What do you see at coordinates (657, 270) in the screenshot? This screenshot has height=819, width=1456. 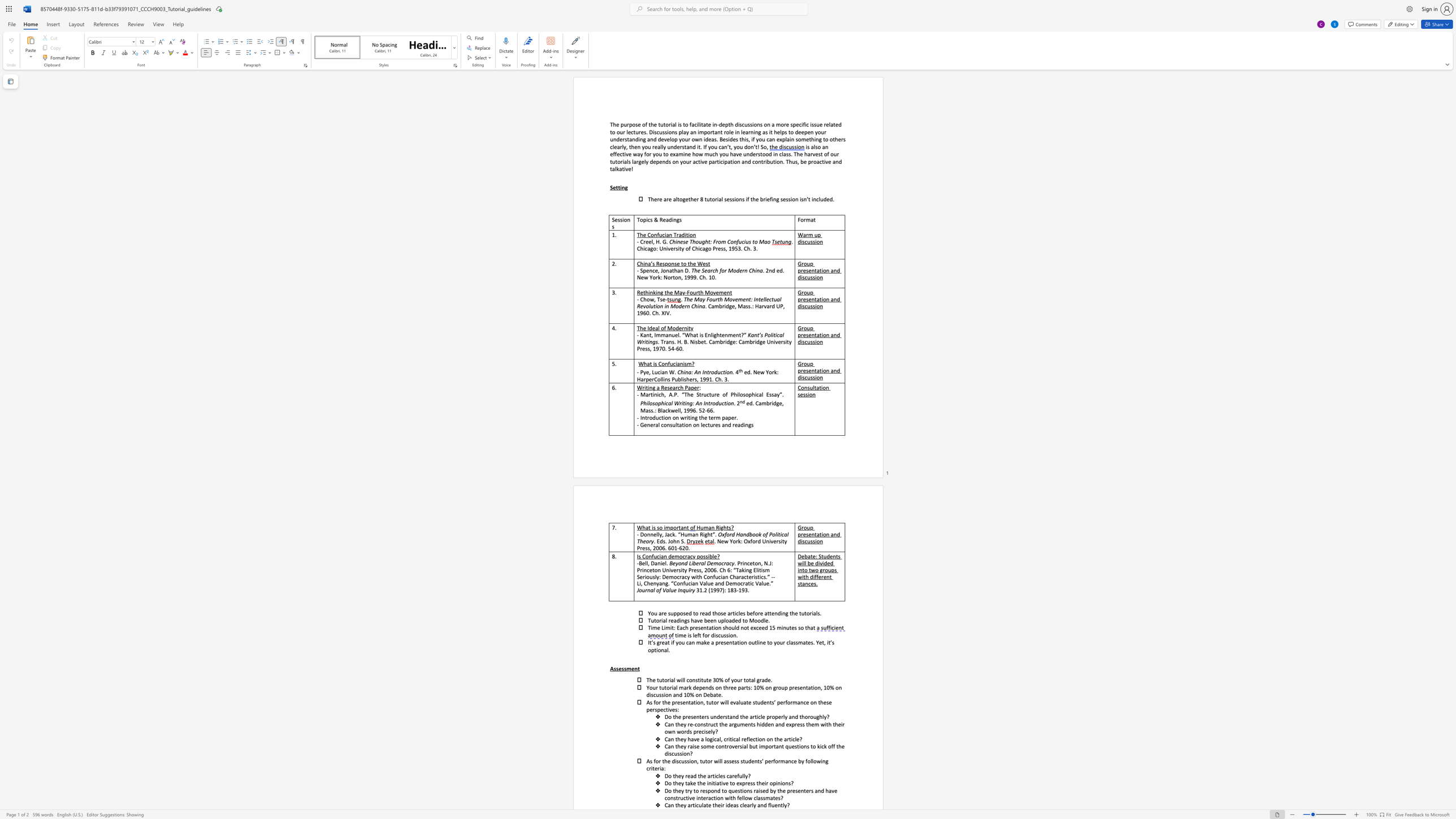 I see `the subset text ", Jo" within the text "- Spence, Jonathan D."` at bounding box center [657, 270].